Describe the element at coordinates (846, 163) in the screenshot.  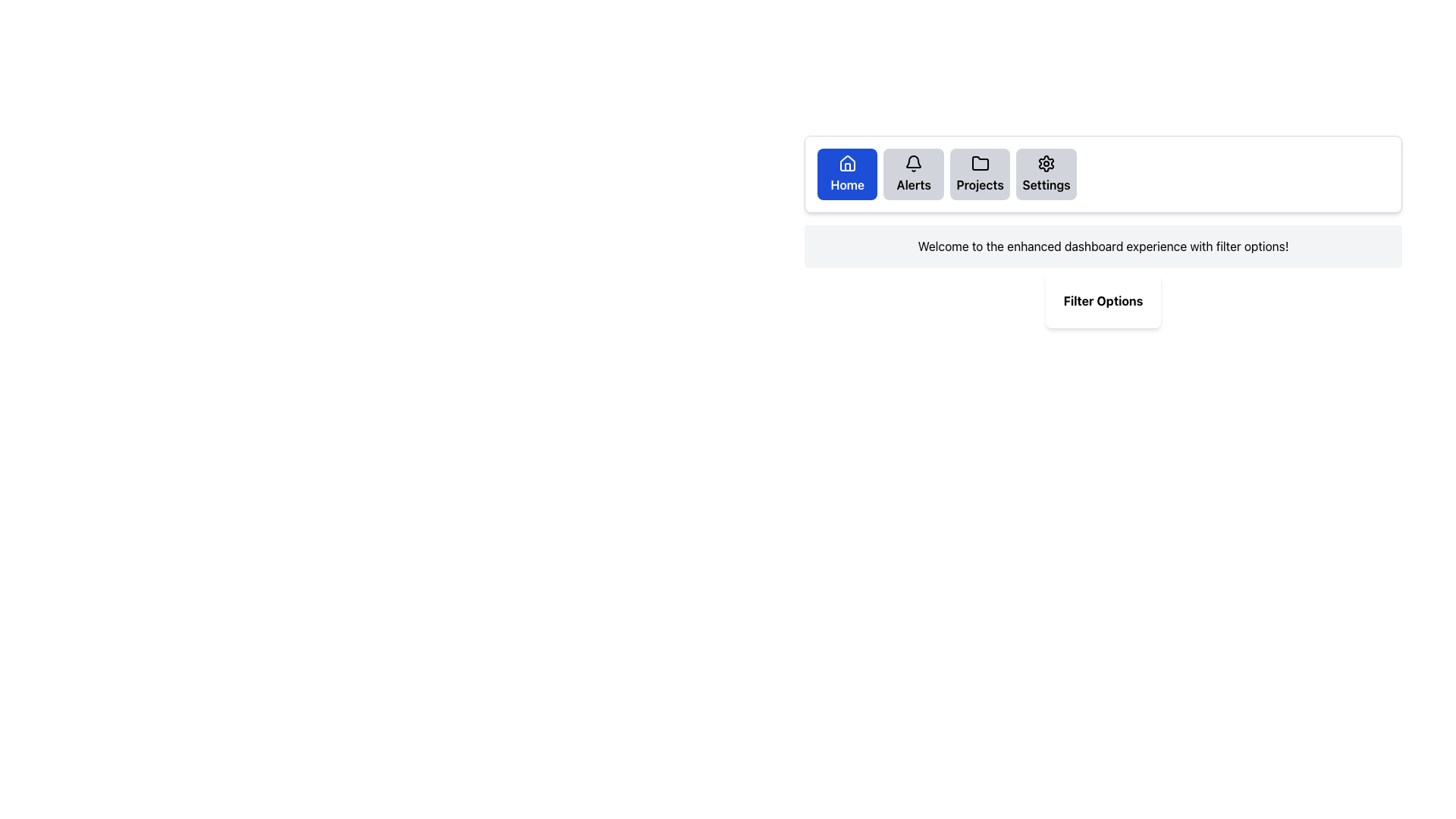
I see `the house icon in the top-left portion of the navigation bar, which is part of the 'Home' button` at that location.